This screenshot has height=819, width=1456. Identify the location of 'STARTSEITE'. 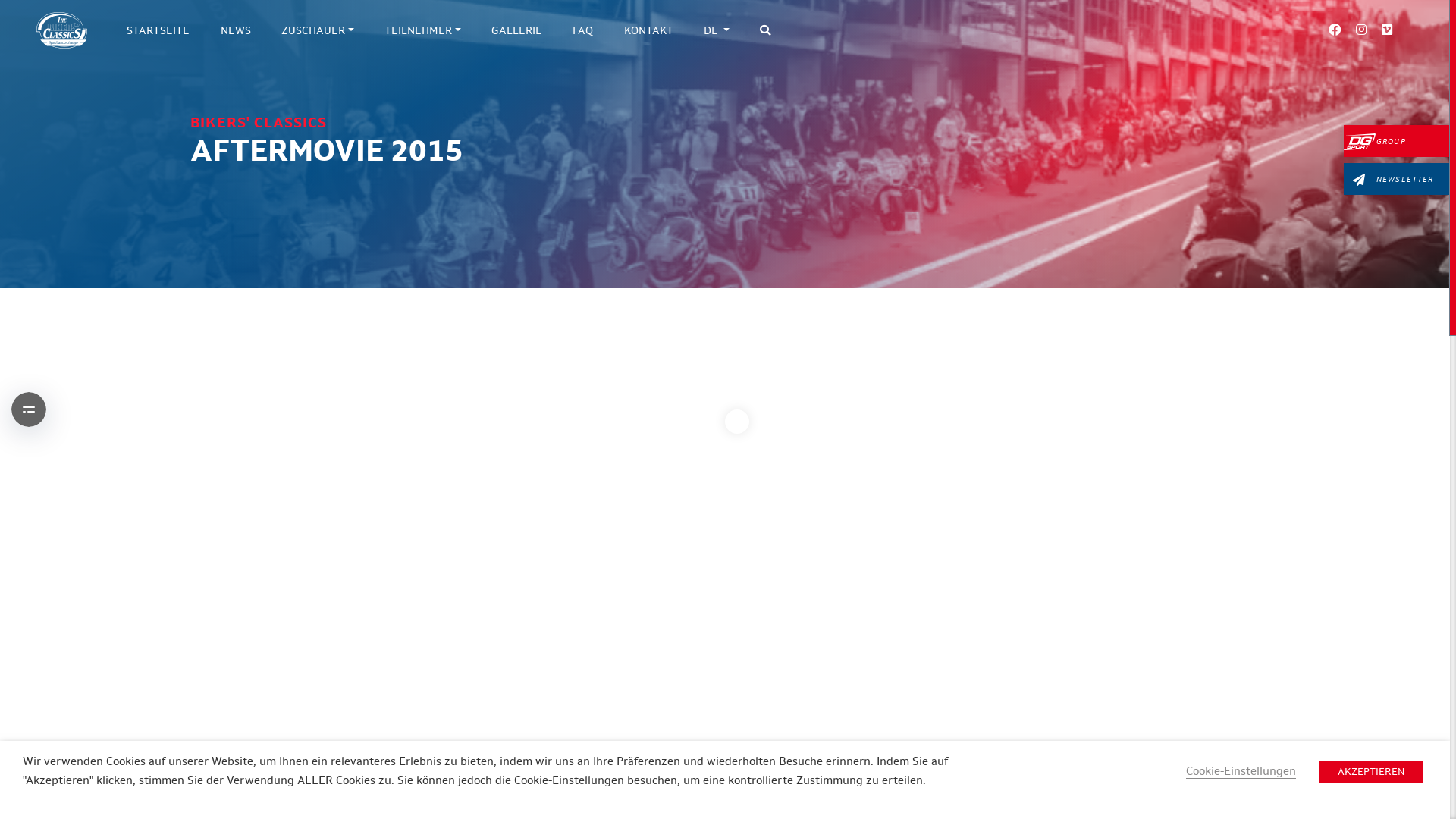
(111, 30).